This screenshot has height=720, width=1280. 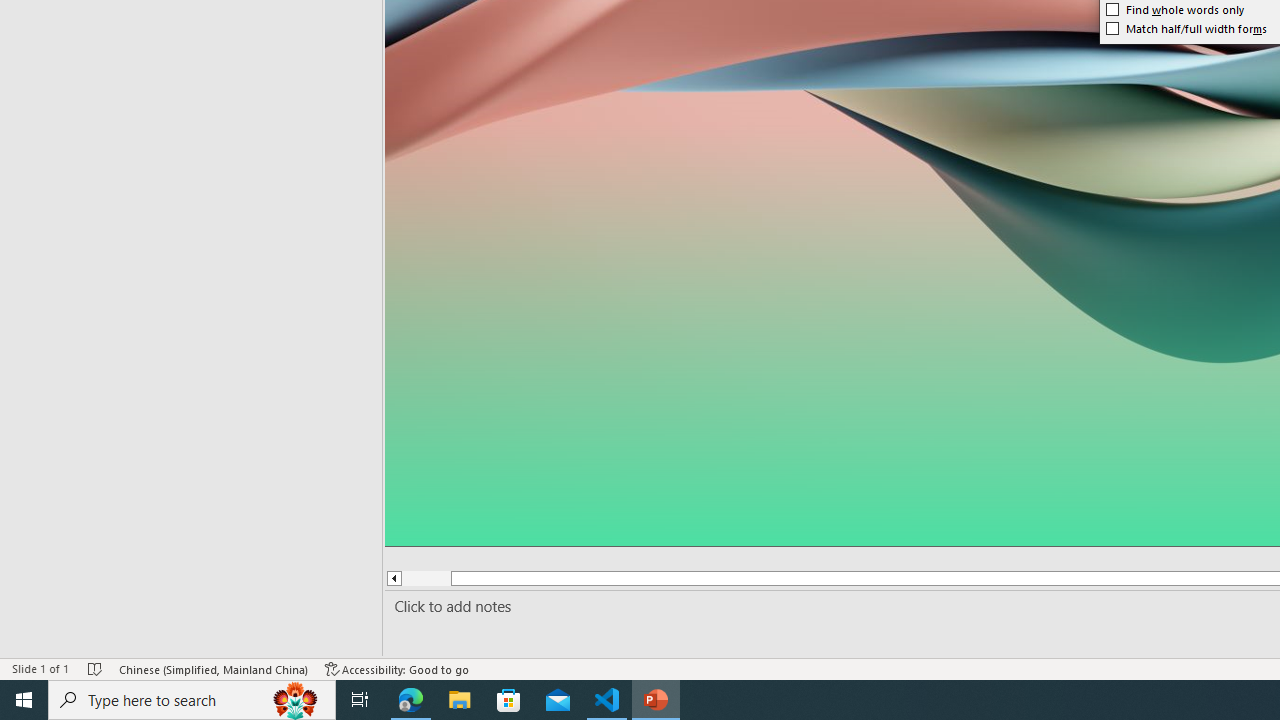 What do you see at coordinates (425, 578) in the screenshot?
I see `'Page up'` at bounding box center [425, 578].